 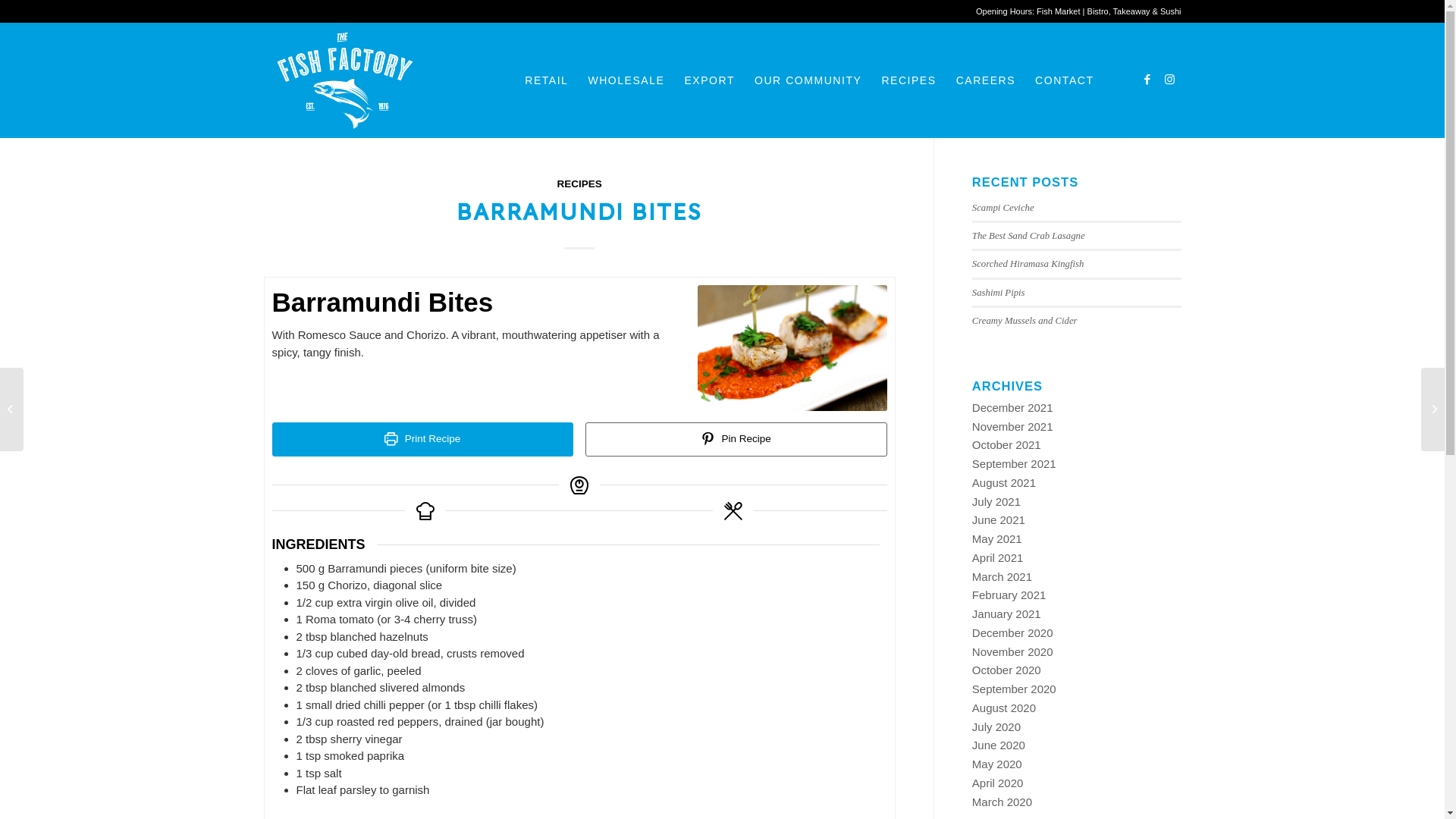 I want to click on 'Takeaway', so click(x=1131, y=11).